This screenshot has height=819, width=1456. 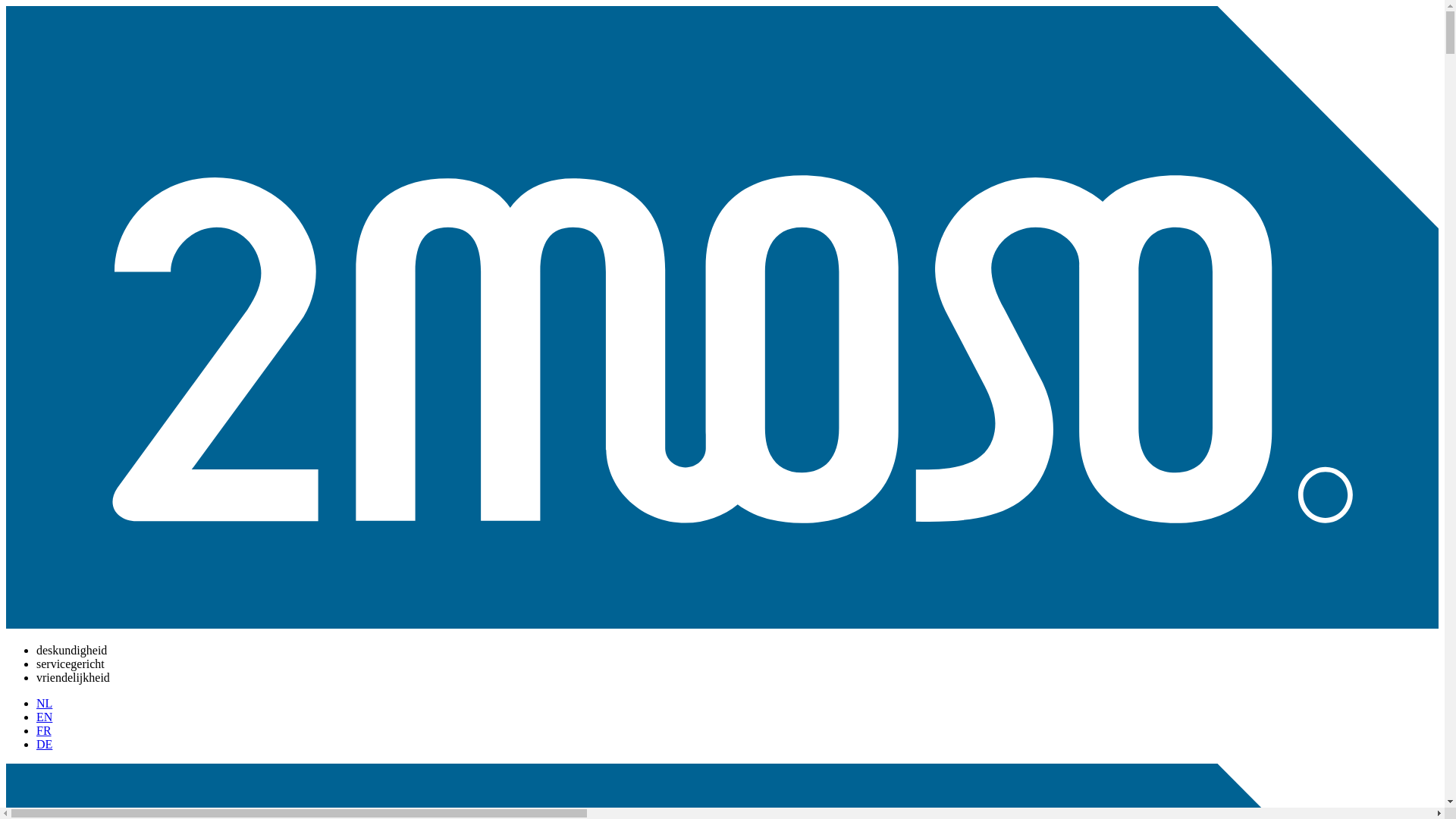 I want to click on 'EN', so click(x=44, y=717).